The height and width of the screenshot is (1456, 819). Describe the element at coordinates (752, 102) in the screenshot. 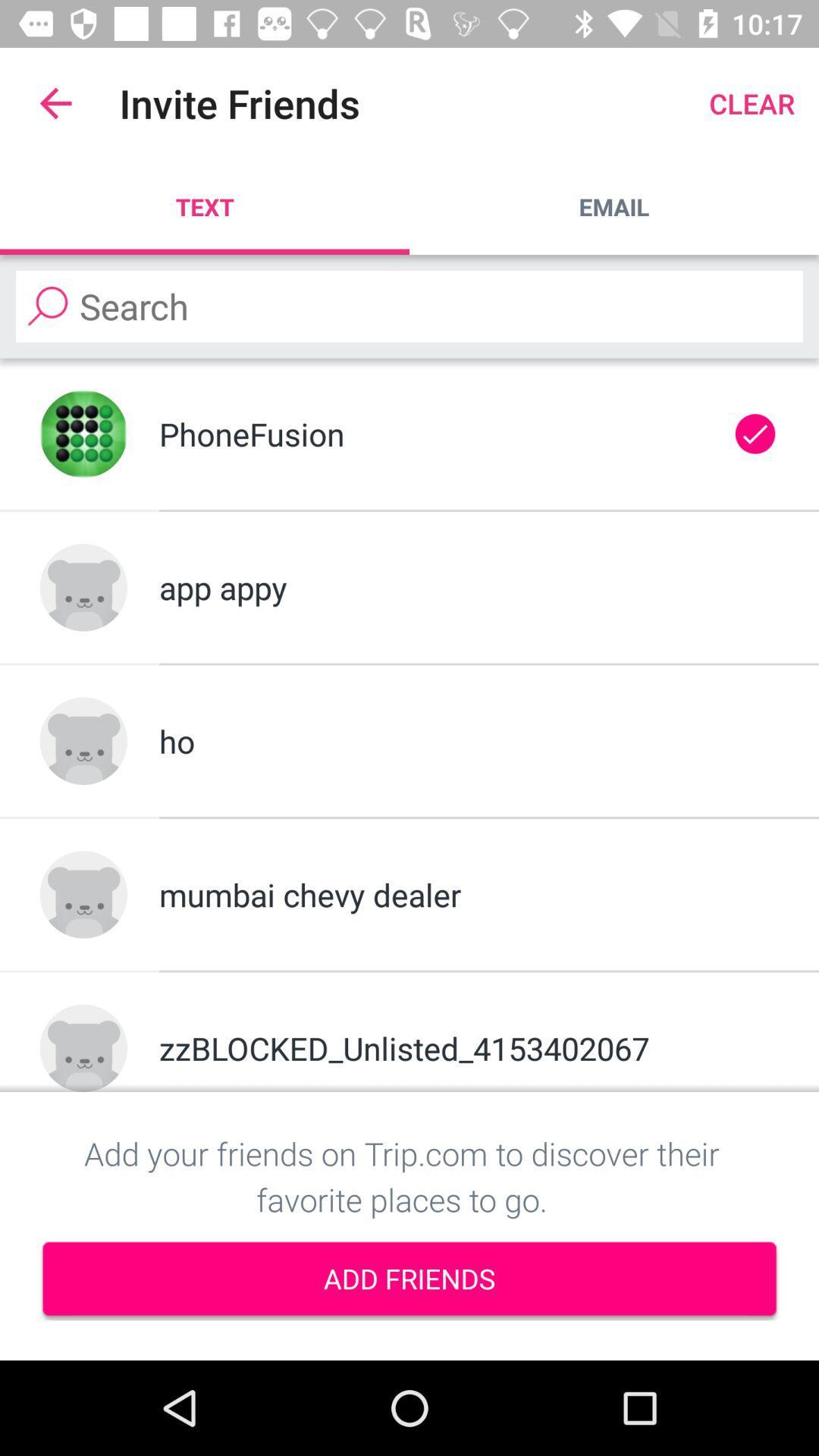

I see `clear` at that location.